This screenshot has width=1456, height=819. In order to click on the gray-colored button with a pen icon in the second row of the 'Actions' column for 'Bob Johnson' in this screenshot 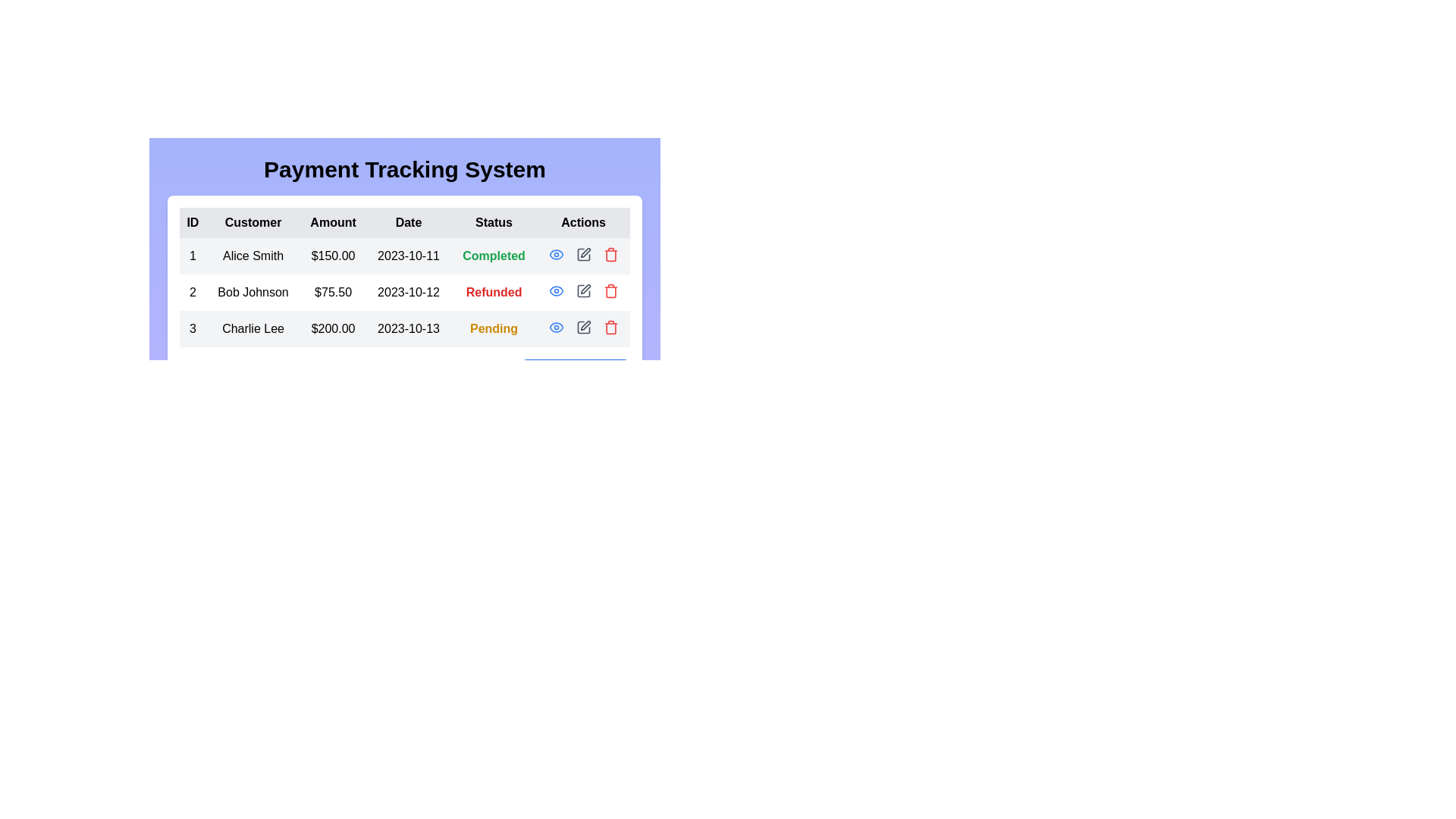, I will do `click(582, 253)`.